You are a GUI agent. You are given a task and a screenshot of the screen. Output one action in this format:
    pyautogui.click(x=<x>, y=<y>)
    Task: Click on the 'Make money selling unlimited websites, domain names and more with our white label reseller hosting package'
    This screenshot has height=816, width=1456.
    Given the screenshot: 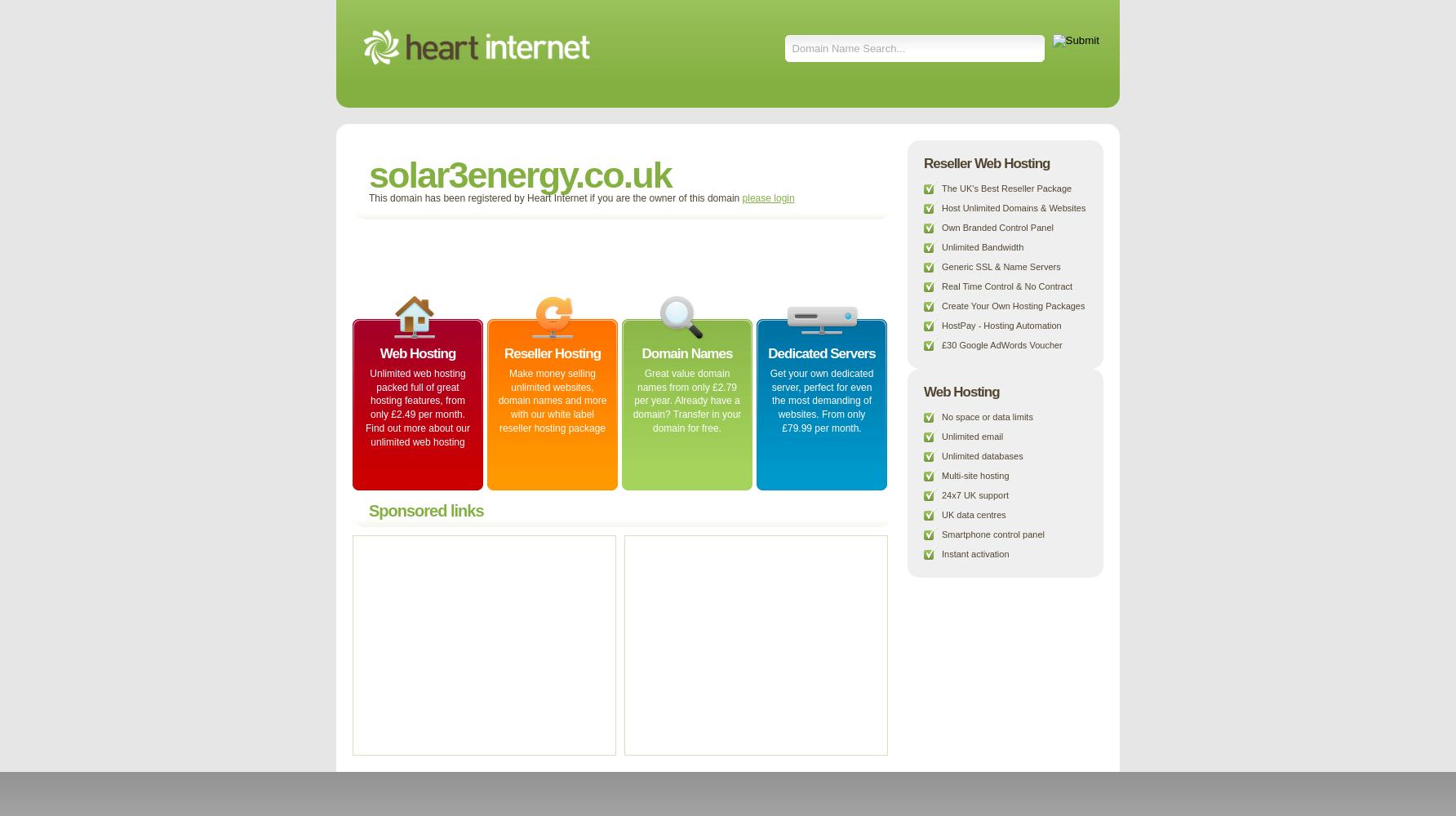 What is the action you would take?
    pyautogui.click(x=496, y=399)
    